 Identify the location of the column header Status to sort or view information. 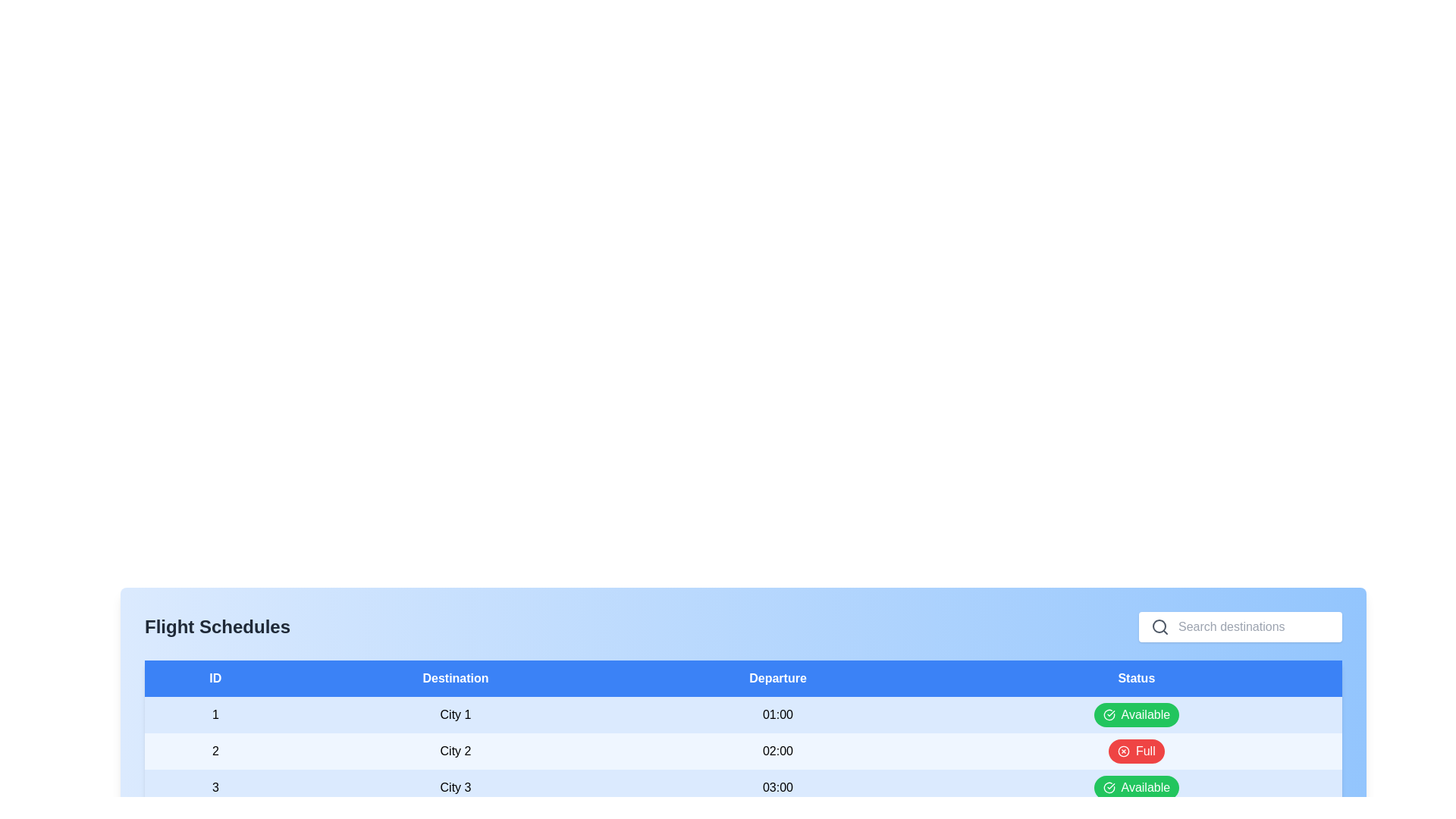
(1136, 677).